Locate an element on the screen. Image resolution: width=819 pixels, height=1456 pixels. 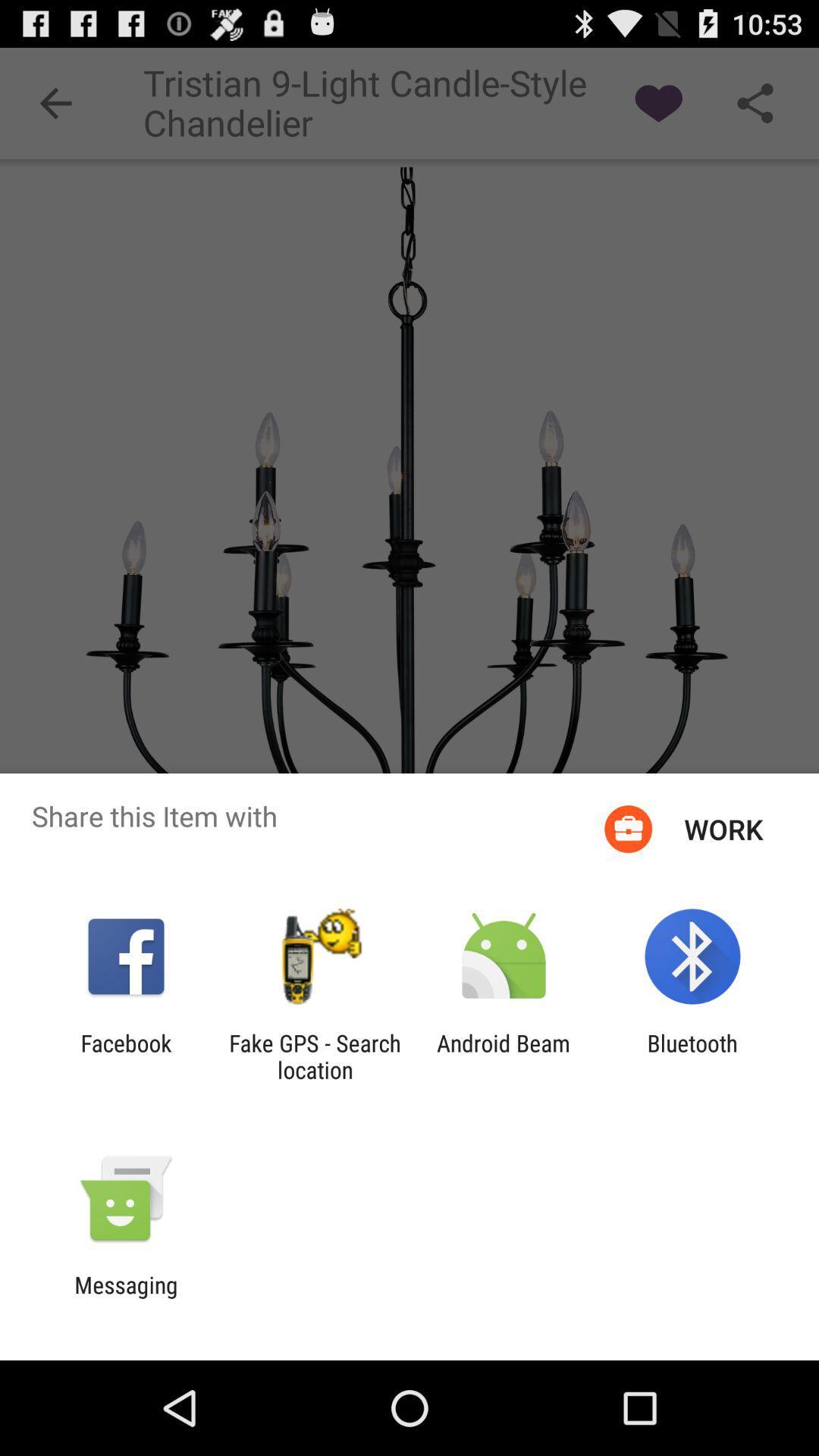
app next to the android beam is located at coordinates (314, 1056).